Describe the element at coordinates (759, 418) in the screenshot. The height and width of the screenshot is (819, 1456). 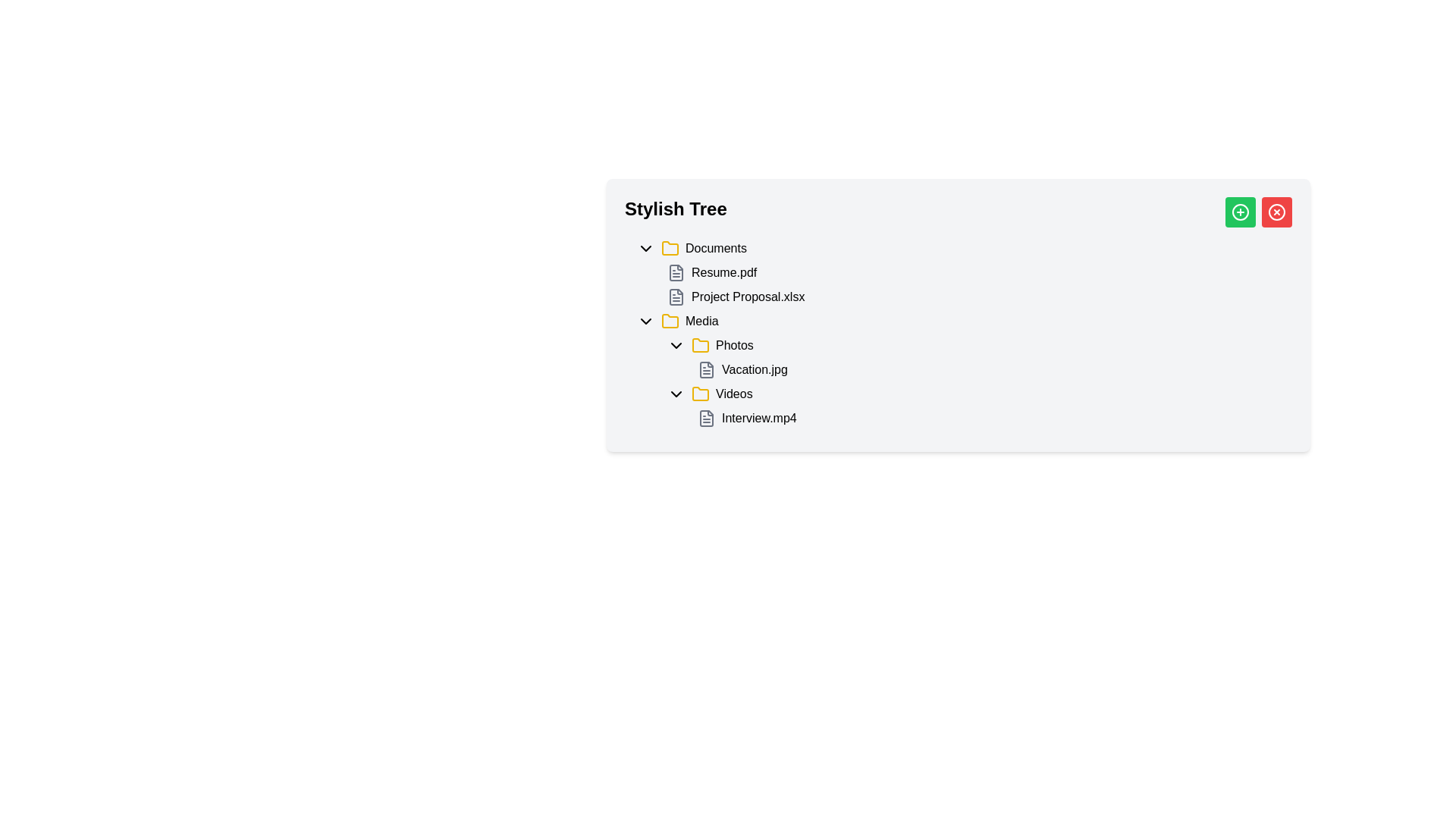
I see `the text label displaying 'Interview.mp4' located` at that location.